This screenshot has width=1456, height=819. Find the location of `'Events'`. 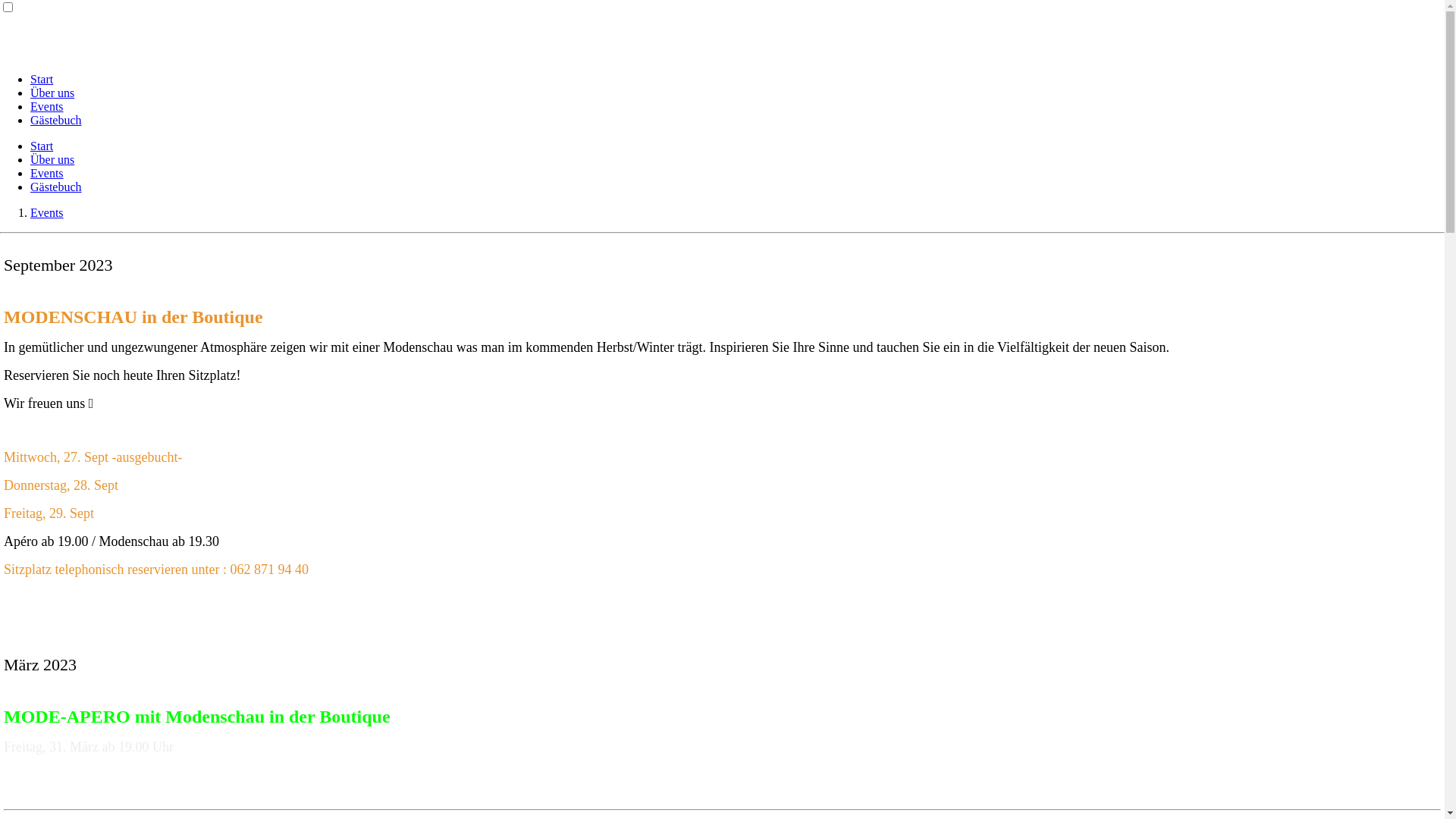

'Events' is located at coordinates (47, 105).